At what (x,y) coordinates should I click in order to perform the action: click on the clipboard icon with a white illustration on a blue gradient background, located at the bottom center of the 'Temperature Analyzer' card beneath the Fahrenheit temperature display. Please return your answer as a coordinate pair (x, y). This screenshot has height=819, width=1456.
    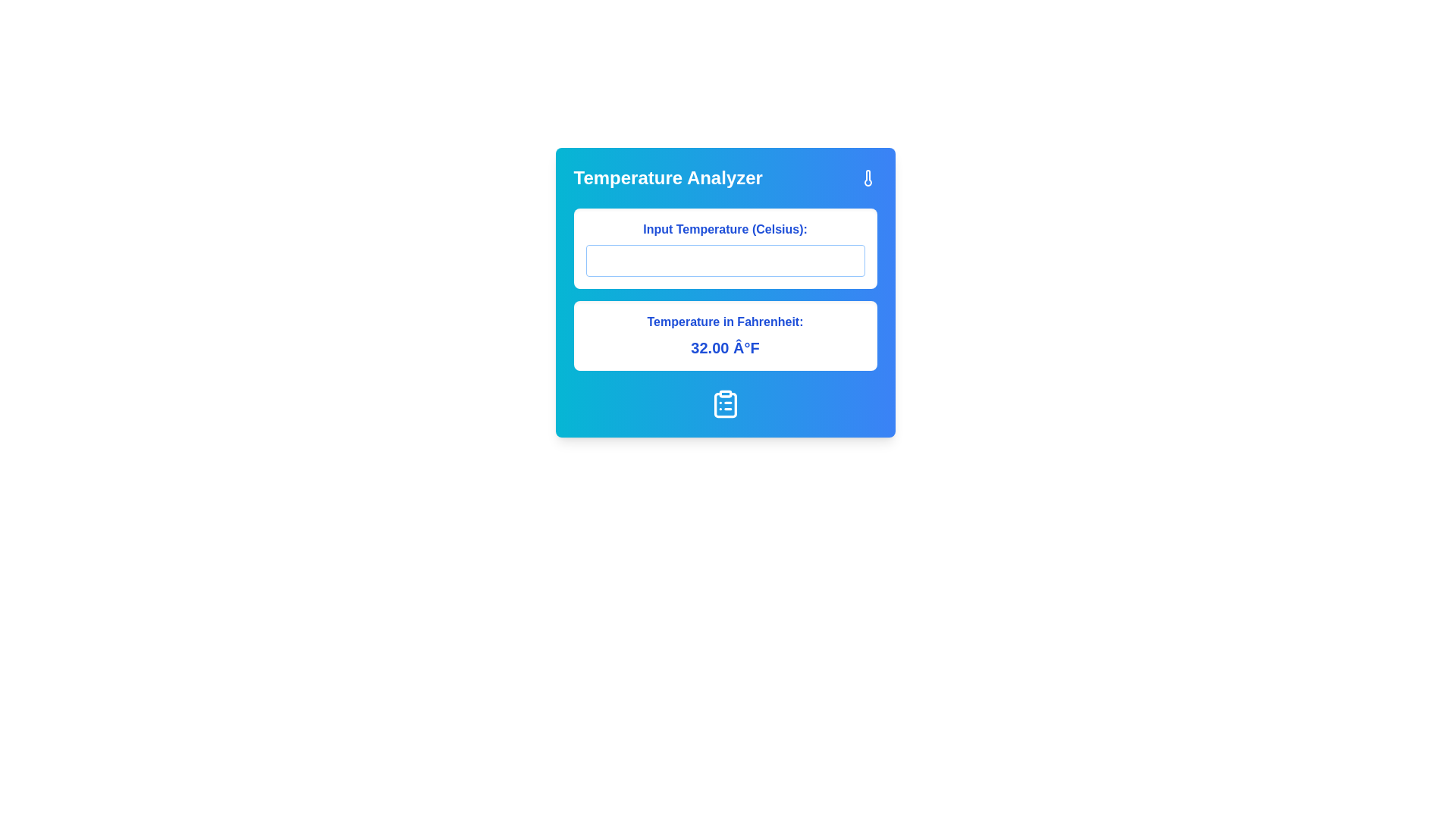
    Looking at the image, I should click on (724, 403).